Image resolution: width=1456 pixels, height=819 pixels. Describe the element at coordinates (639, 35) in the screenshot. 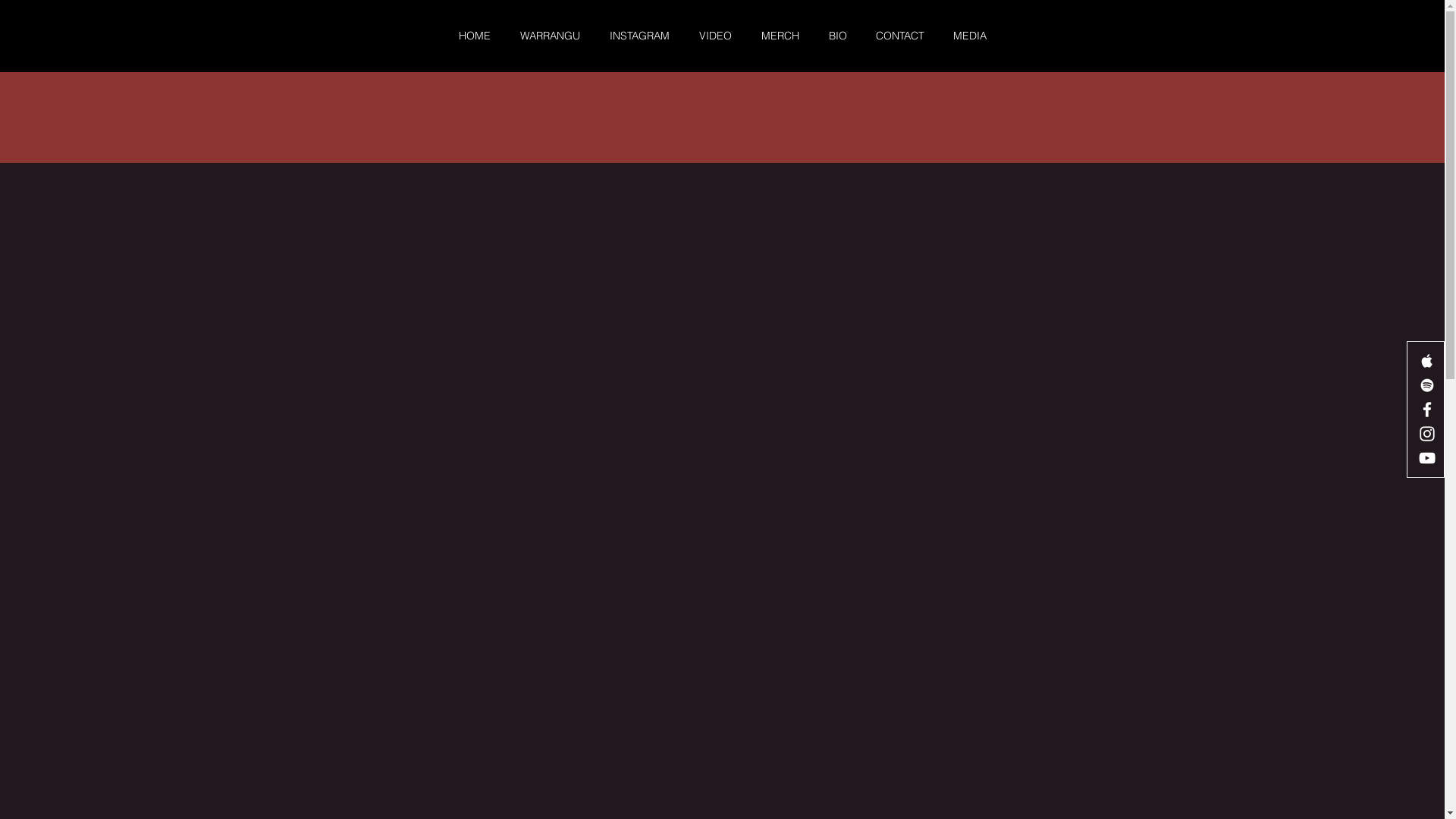

I see `'INSTAGRAM'` at that location.